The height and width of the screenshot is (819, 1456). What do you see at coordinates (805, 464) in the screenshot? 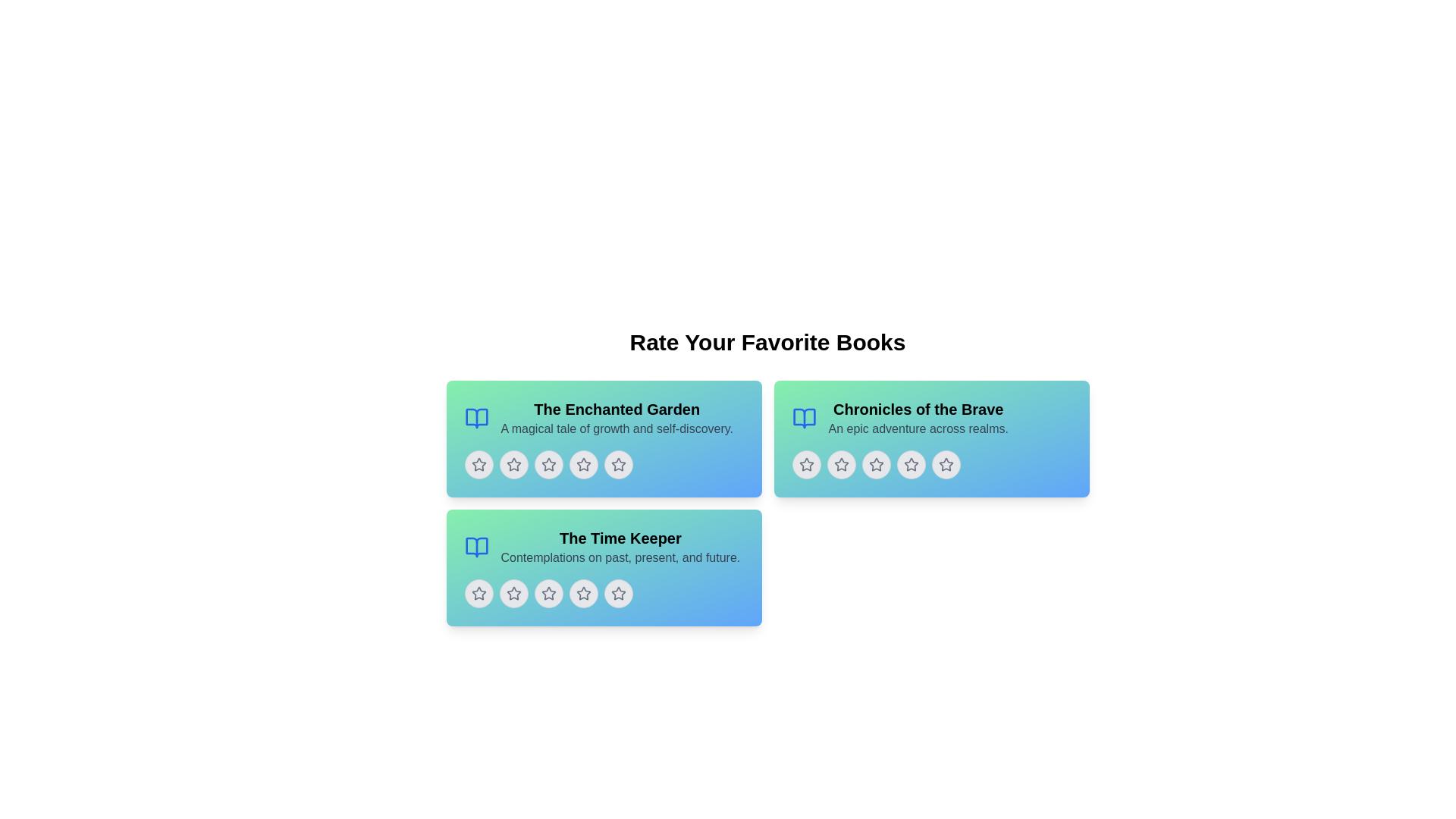
I see `the second star icon in the rating system under the 'Chronicles of the Brave' section` at bounding box center [805, 464].